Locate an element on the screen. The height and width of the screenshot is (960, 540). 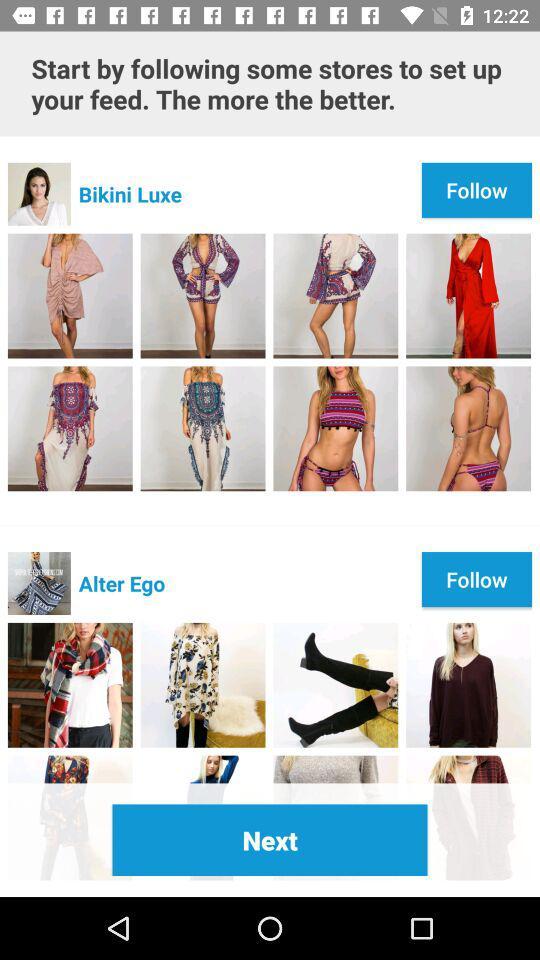
the start by following is located at coordinates (270, 83).